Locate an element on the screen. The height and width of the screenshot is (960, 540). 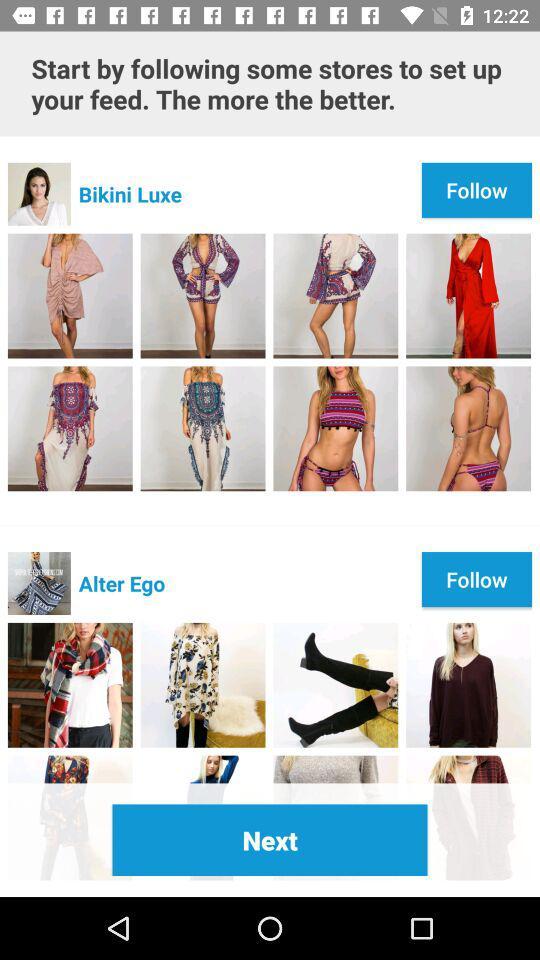
the start by following is located at coordinates (270, 83).